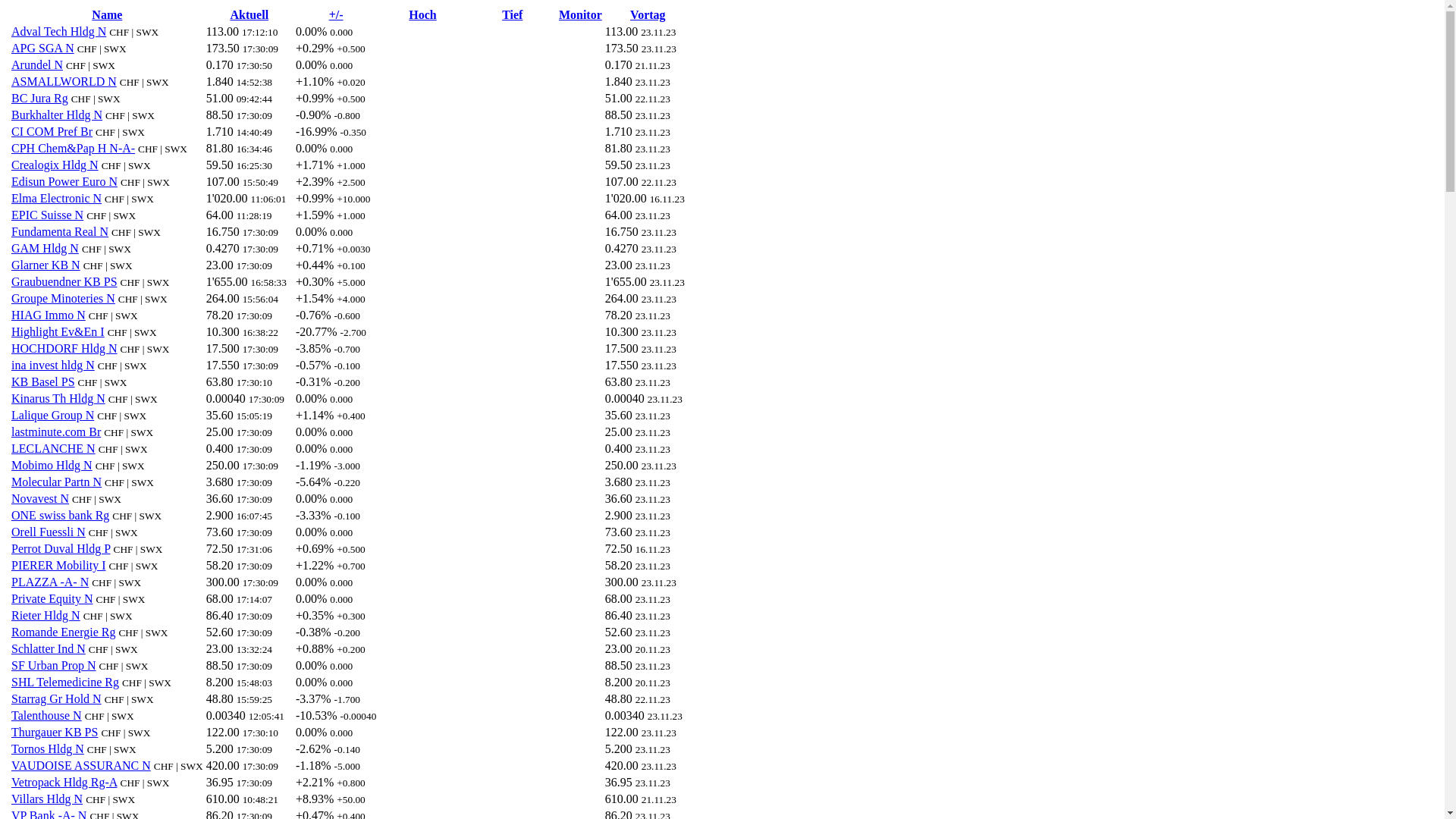 Image resolution: width=1456 pixels, height=819 pixels. Describe the element at coordinates (64, 782) in the screenshot. I see `'Vetropack Hldg Rg-A'` at that location.